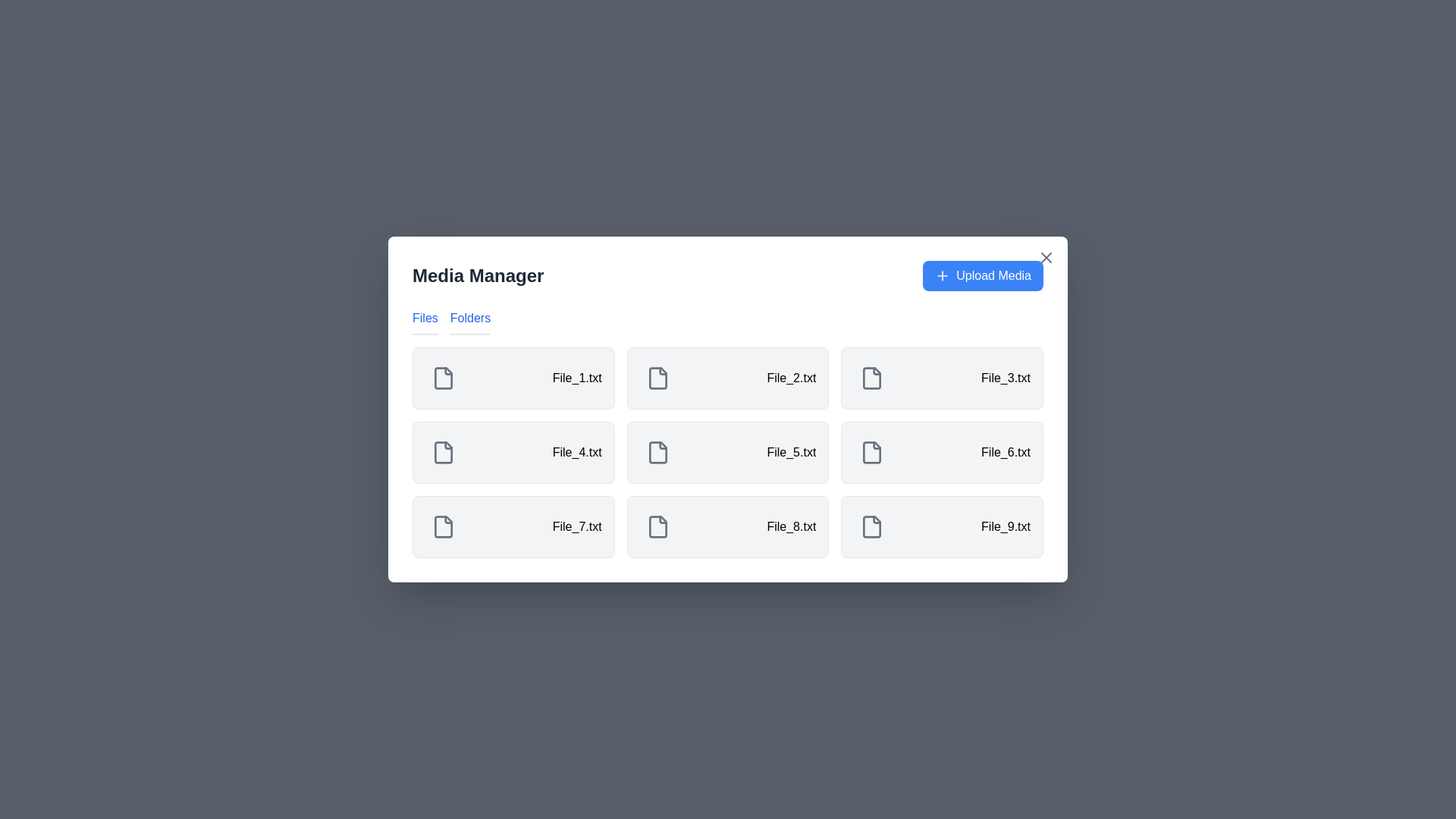 This screenshot has width=1456, height=819. Describe the element at coordinates (443, 377) in the screenshot. I see `the document icon representing 'File_1.txt'` at that location.